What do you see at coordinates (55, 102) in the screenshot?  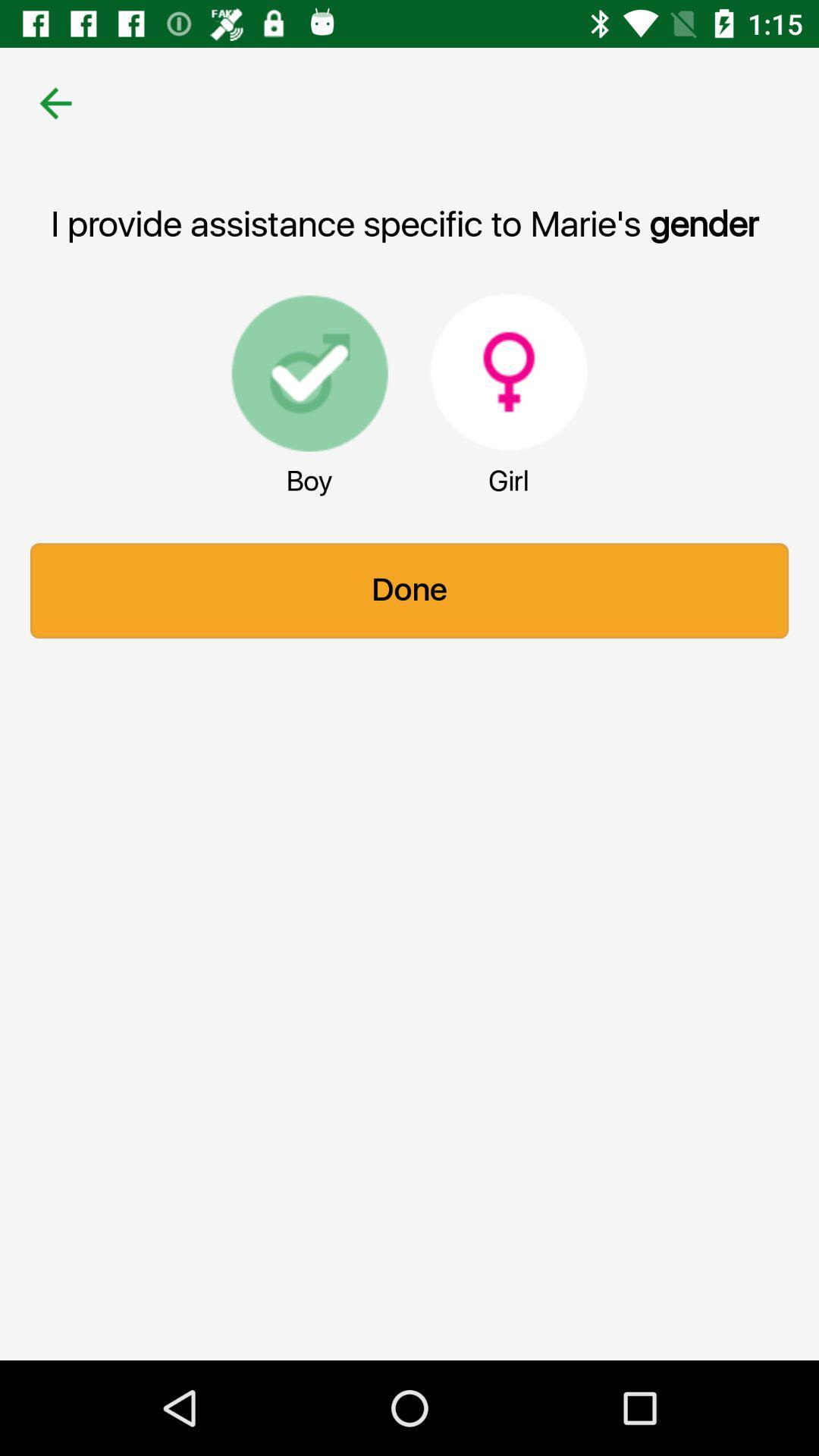 I see `the item at the top left corner` at bounding box center [55, 102].